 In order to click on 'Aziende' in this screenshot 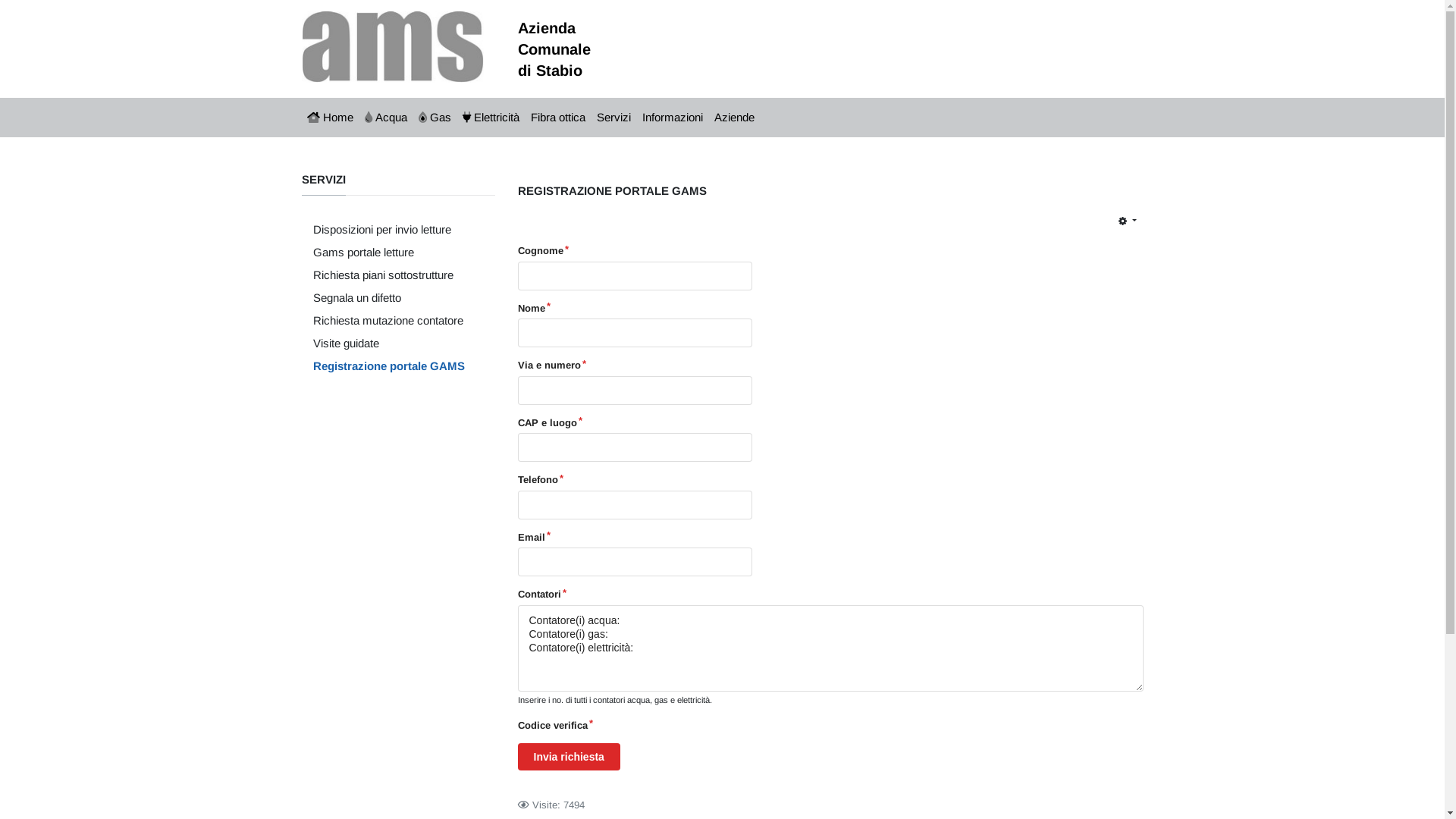, I will do `click(734, 116)`.